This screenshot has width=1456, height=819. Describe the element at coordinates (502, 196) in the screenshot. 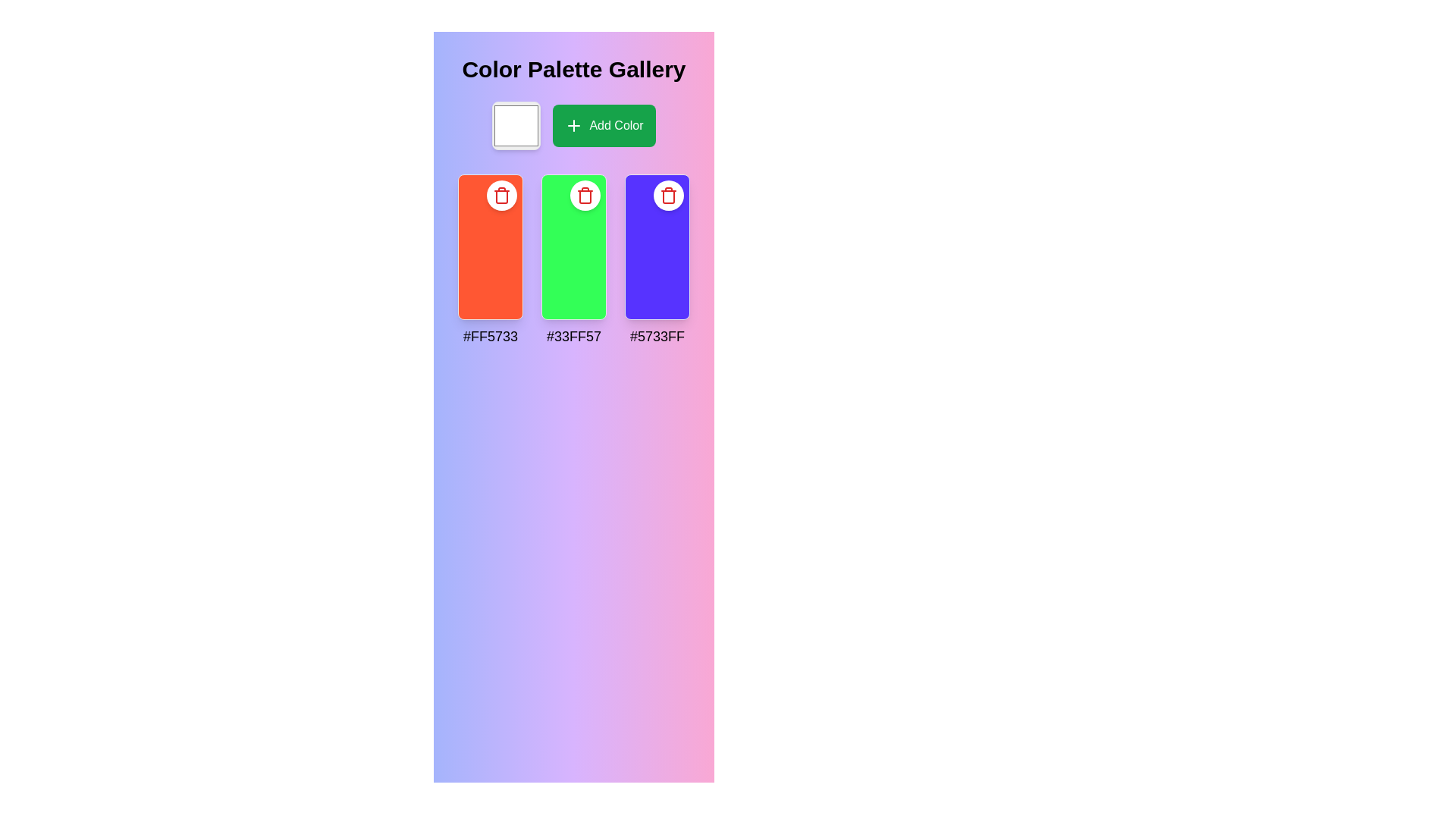

I see `the curved rectangular outline of the trash can's body, which is part of the trash can icon located on the highlighted color tile` at that location.